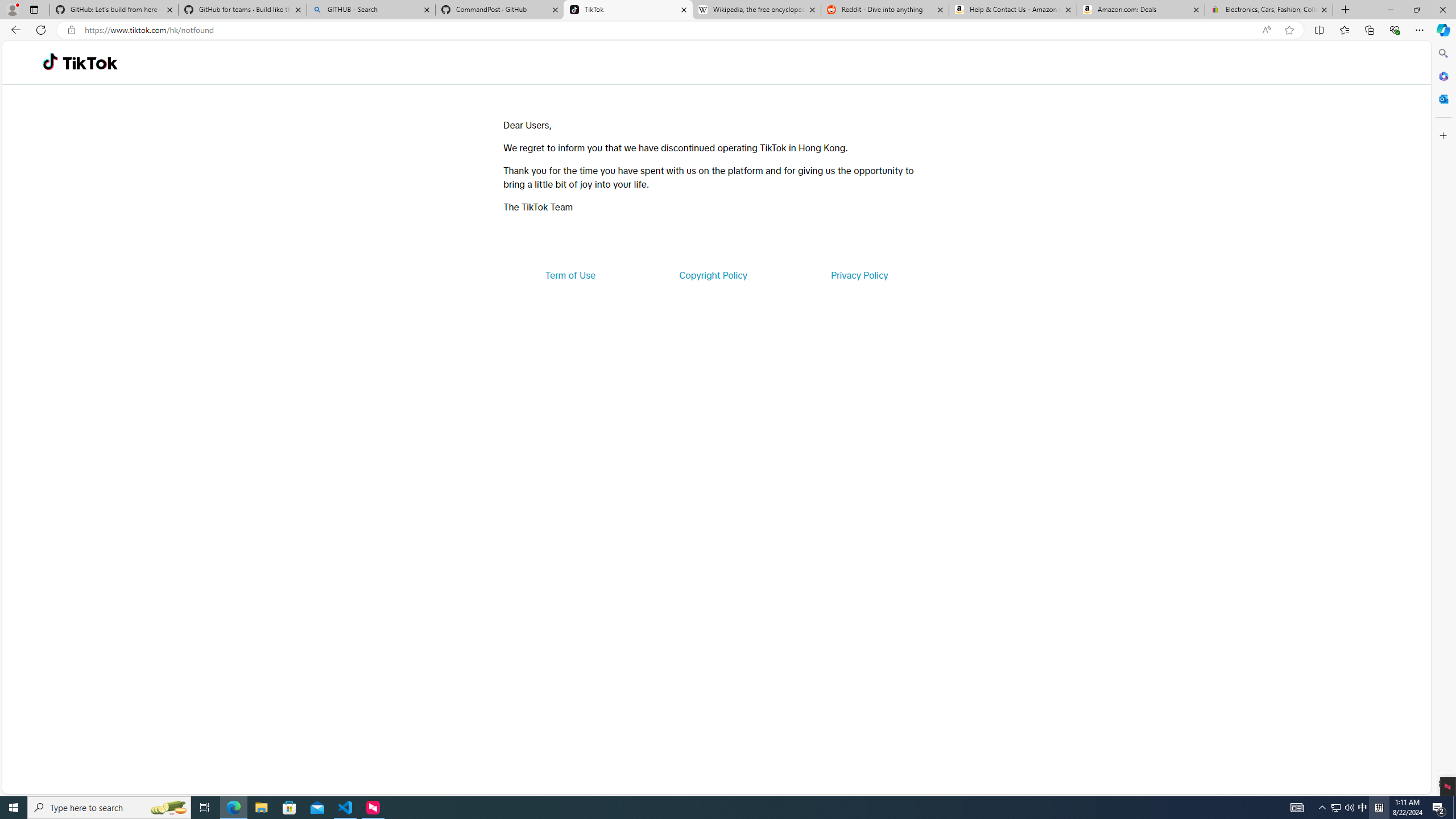 This screenshot has height=819, width=1456. What do you see at coordinates (858, 274) in the screenshot?
I see `'Privacy Policy'` at bounding box center [858, 274].